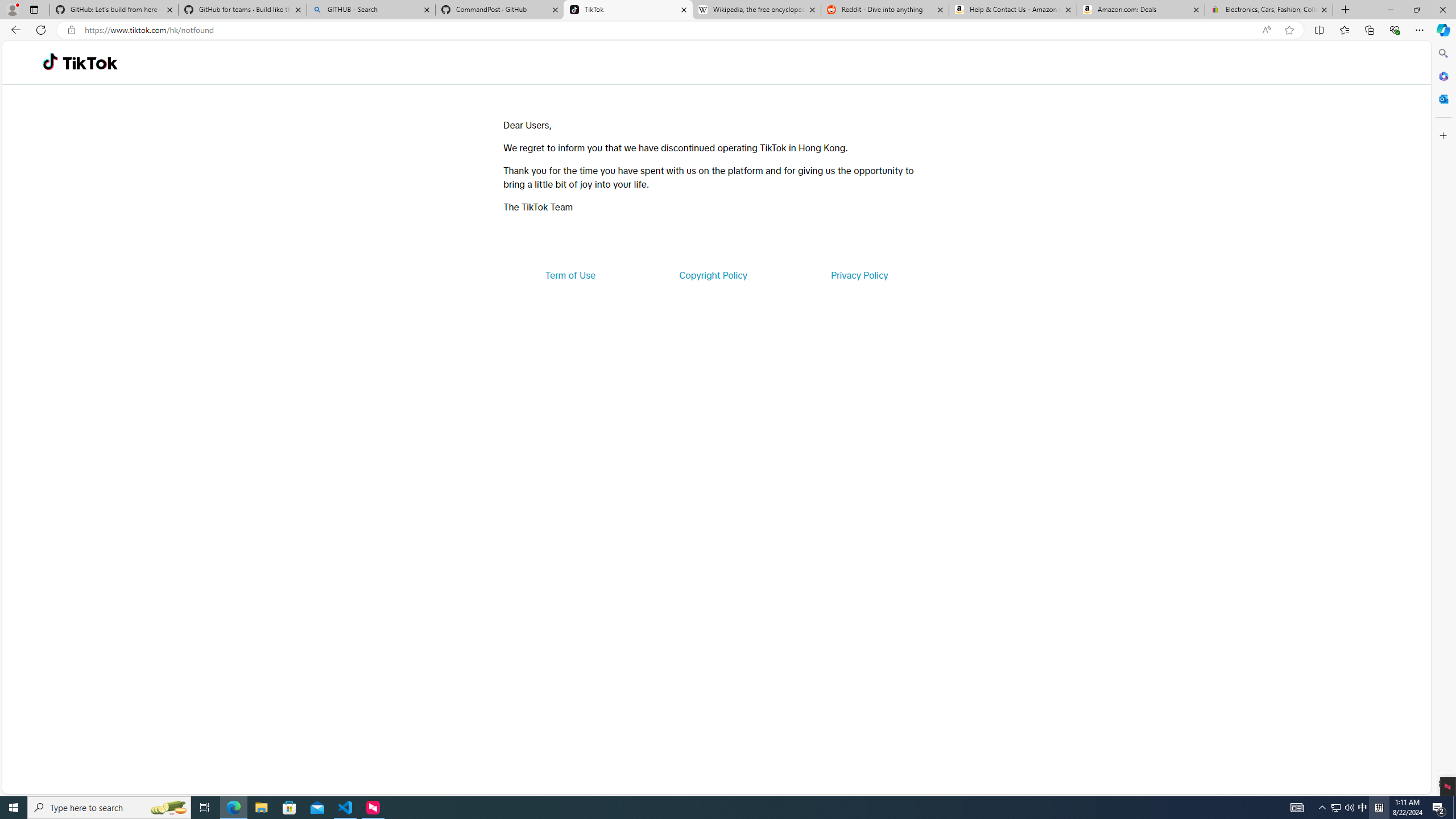 This screenshot has height=819, width=1456. What do you see at coordinates (858, 274) in the screenshot?
I see `'Privacy Policy'` at bounding box center [858, 274].